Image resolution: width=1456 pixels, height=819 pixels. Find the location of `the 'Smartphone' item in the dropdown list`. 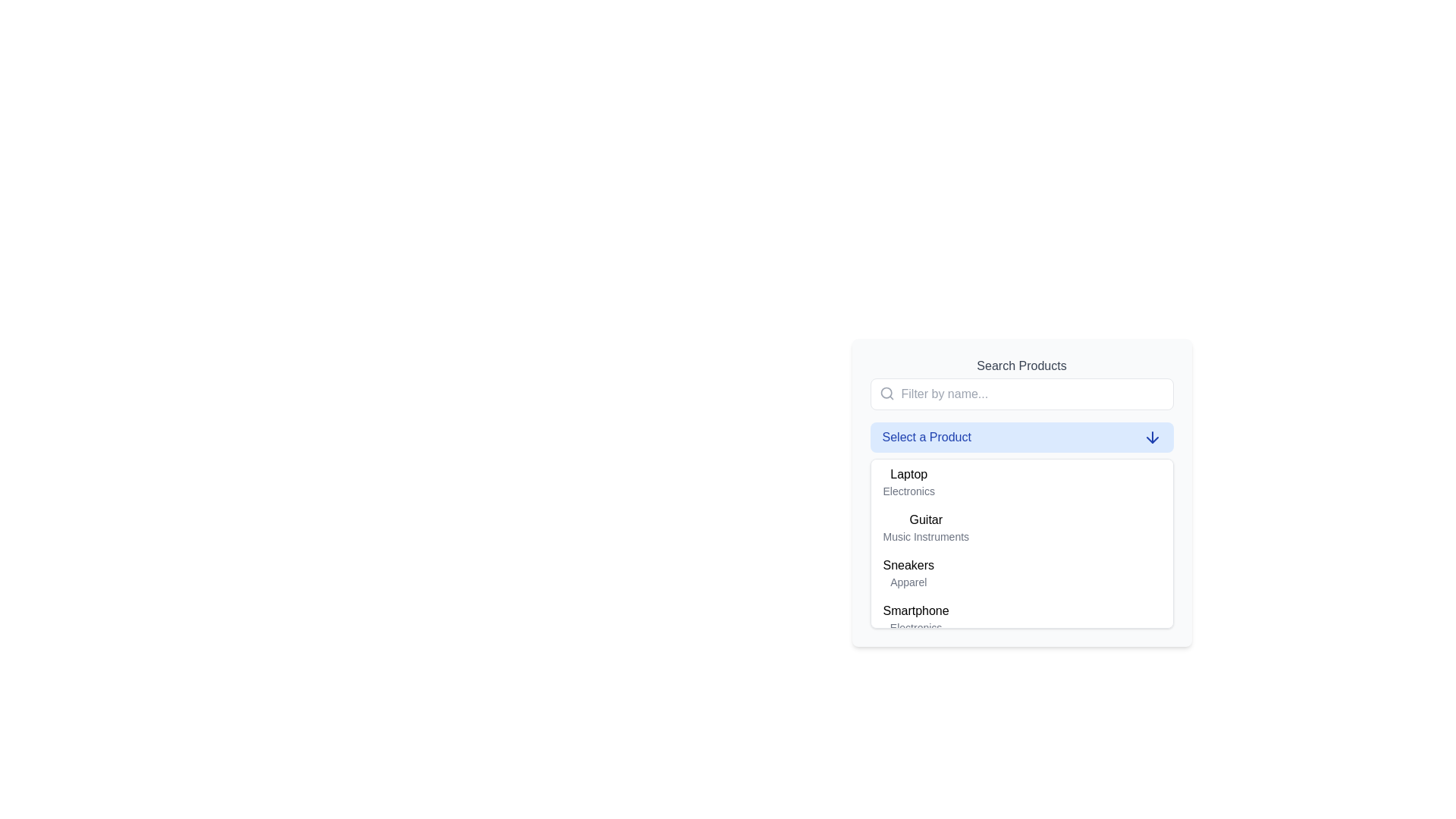

the 'Smartphone' item in the dropdown list is located at coordinates (915, 619).